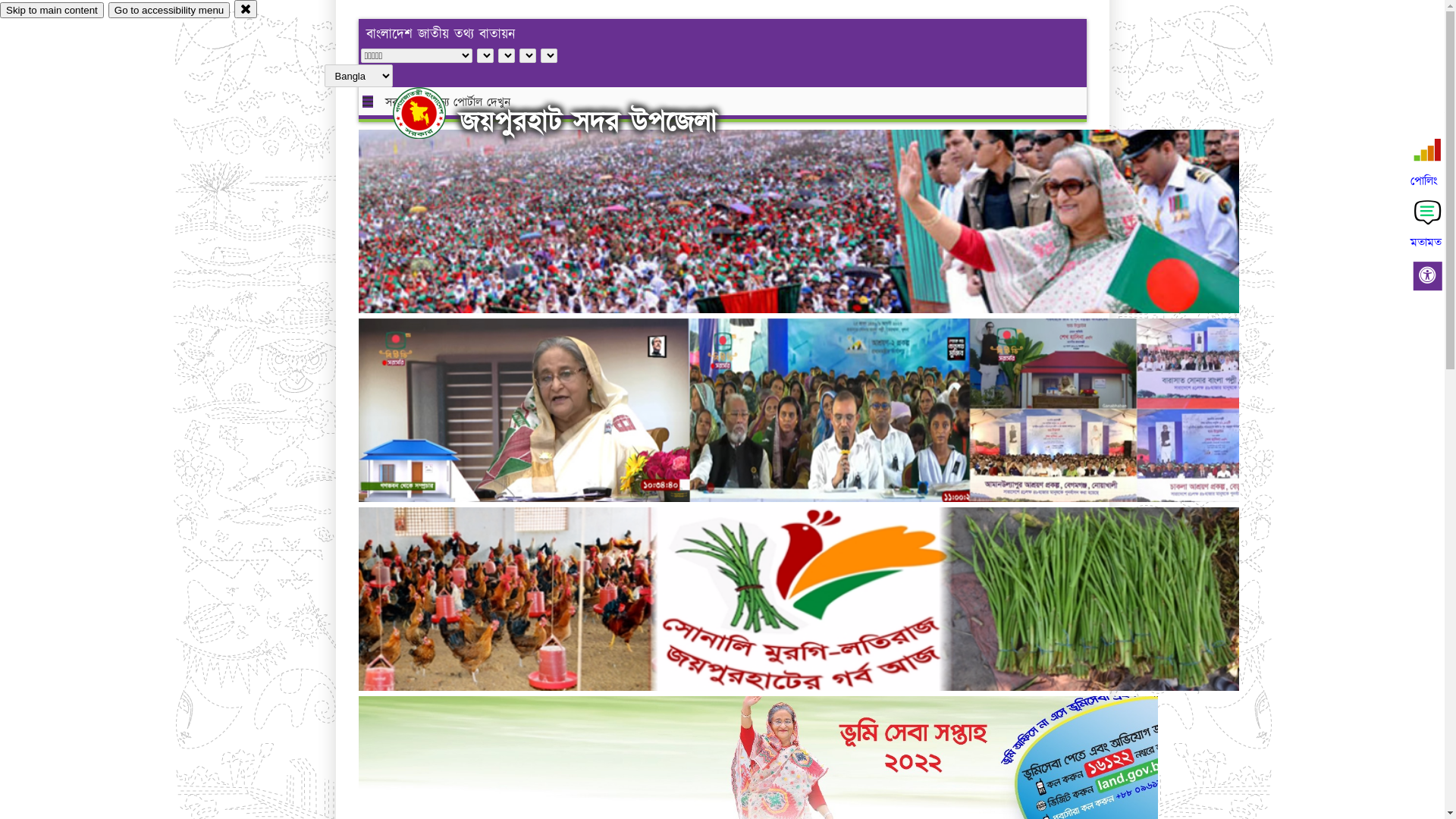 The width and height of the screenshot is (1456, 819). I want to click on 'Go to accessibility menu', so click(108, 10).